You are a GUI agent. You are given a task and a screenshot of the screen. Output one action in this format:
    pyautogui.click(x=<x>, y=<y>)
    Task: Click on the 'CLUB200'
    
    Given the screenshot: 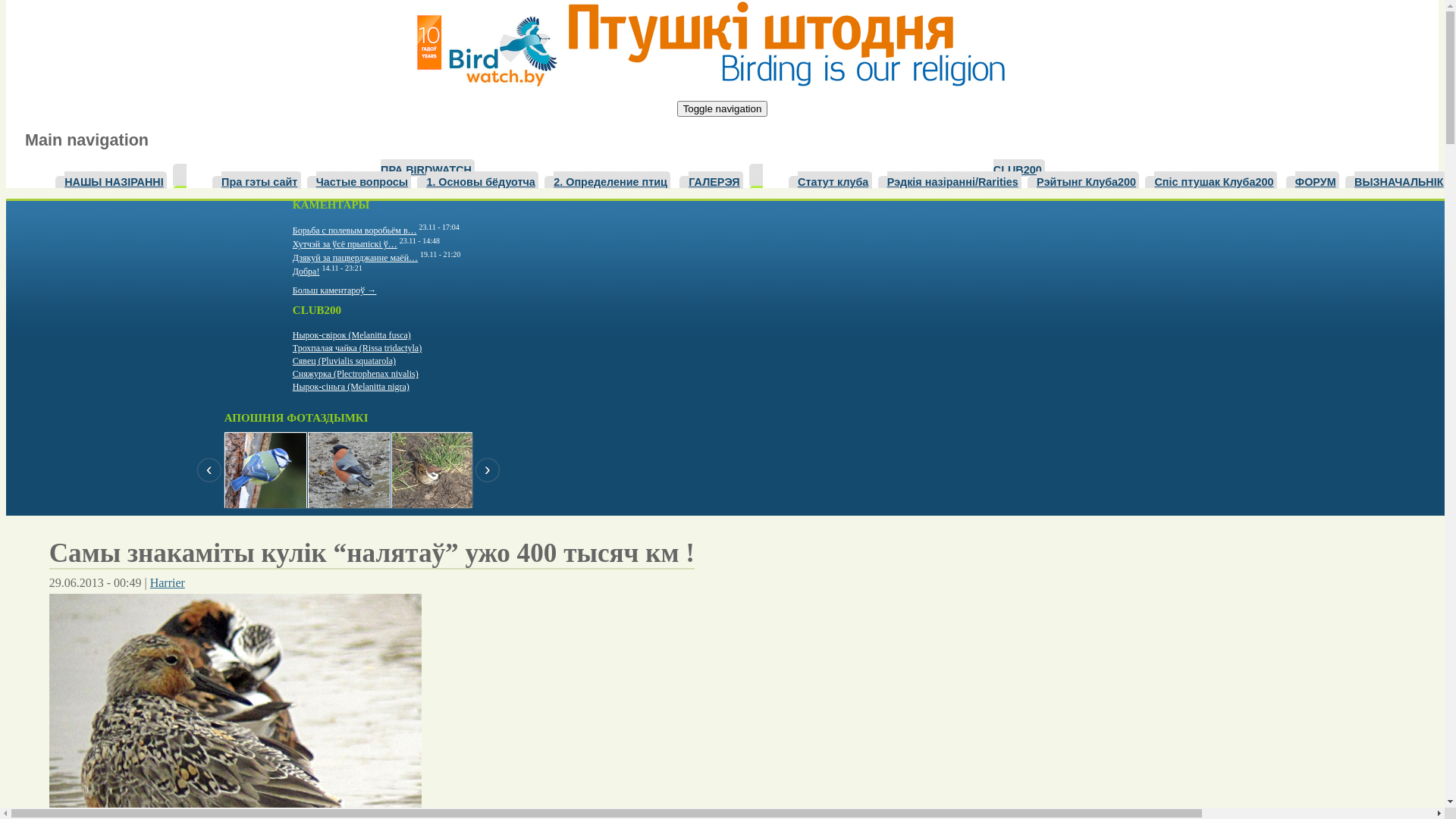 What is the action you would take?
    pyautogui.click(x=1019, y=168)
    